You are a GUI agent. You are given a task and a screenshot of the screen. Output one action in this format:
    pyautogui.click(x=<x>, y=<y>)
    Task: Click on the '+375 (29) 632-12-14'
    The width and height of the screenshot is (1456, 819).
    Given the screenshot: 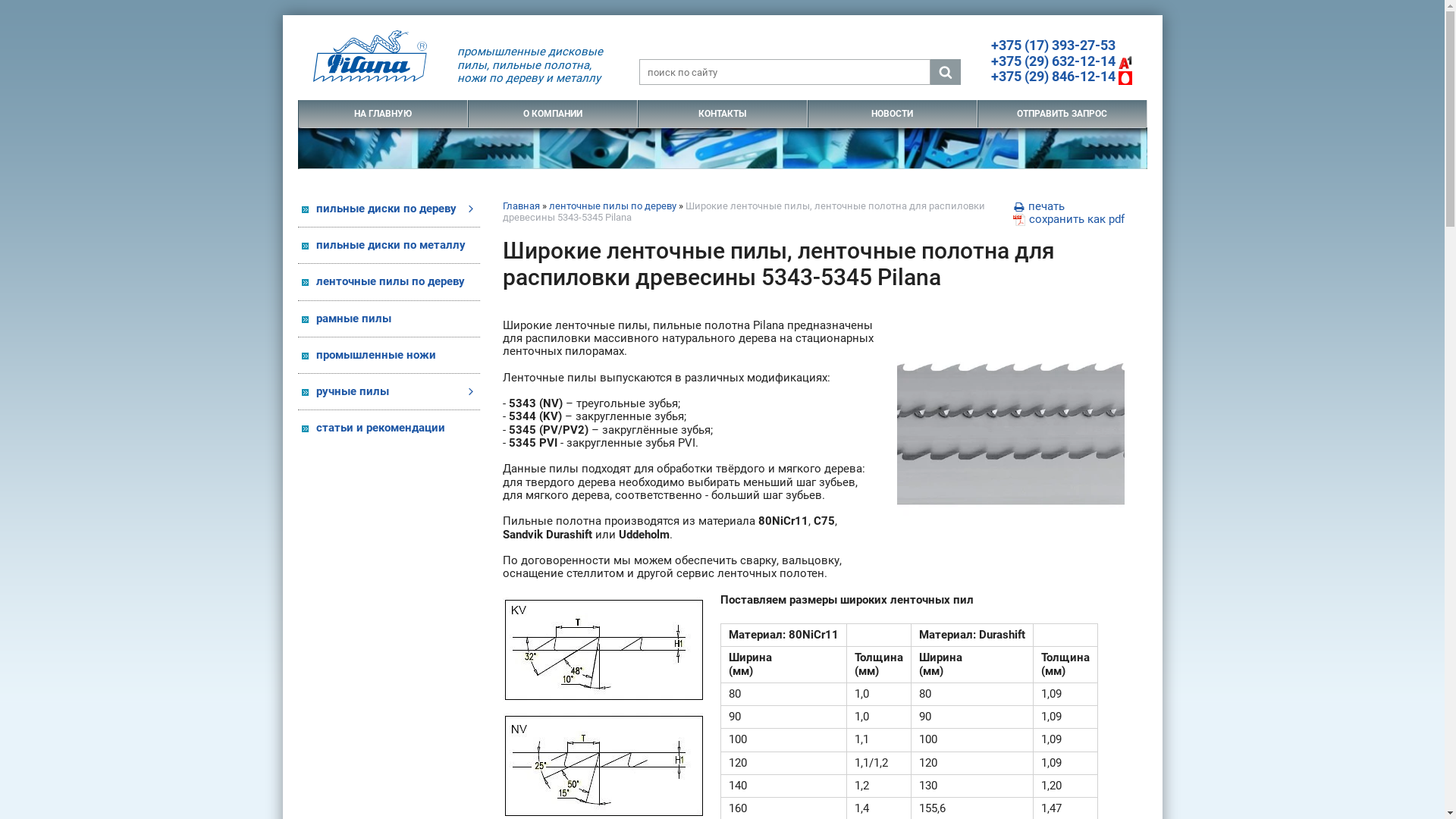 What is the action you would take?
    pyautogui.click(x=1059, y=60)
    